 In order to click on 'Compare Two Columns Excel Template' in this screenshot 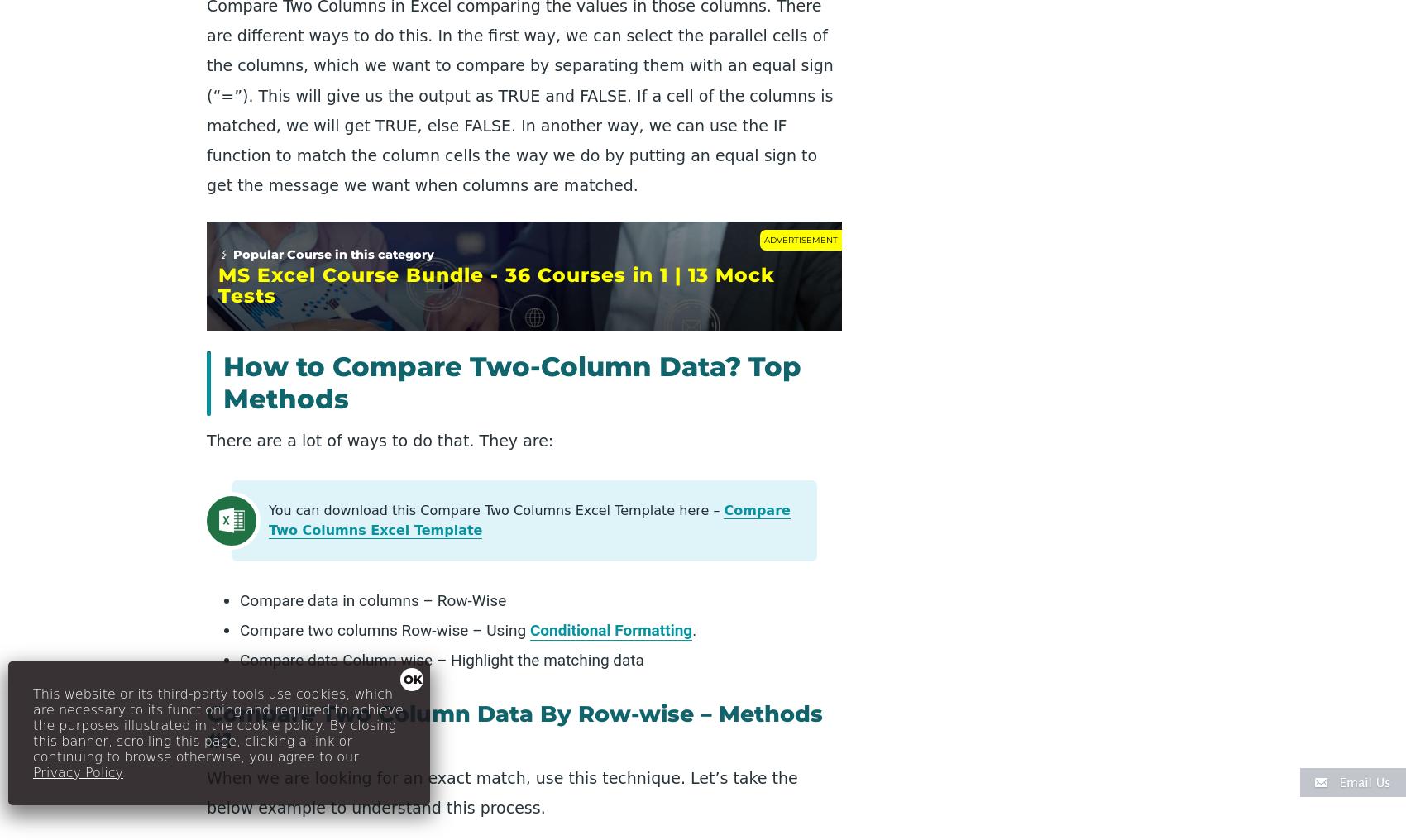, I will do `click(529, 519)`.